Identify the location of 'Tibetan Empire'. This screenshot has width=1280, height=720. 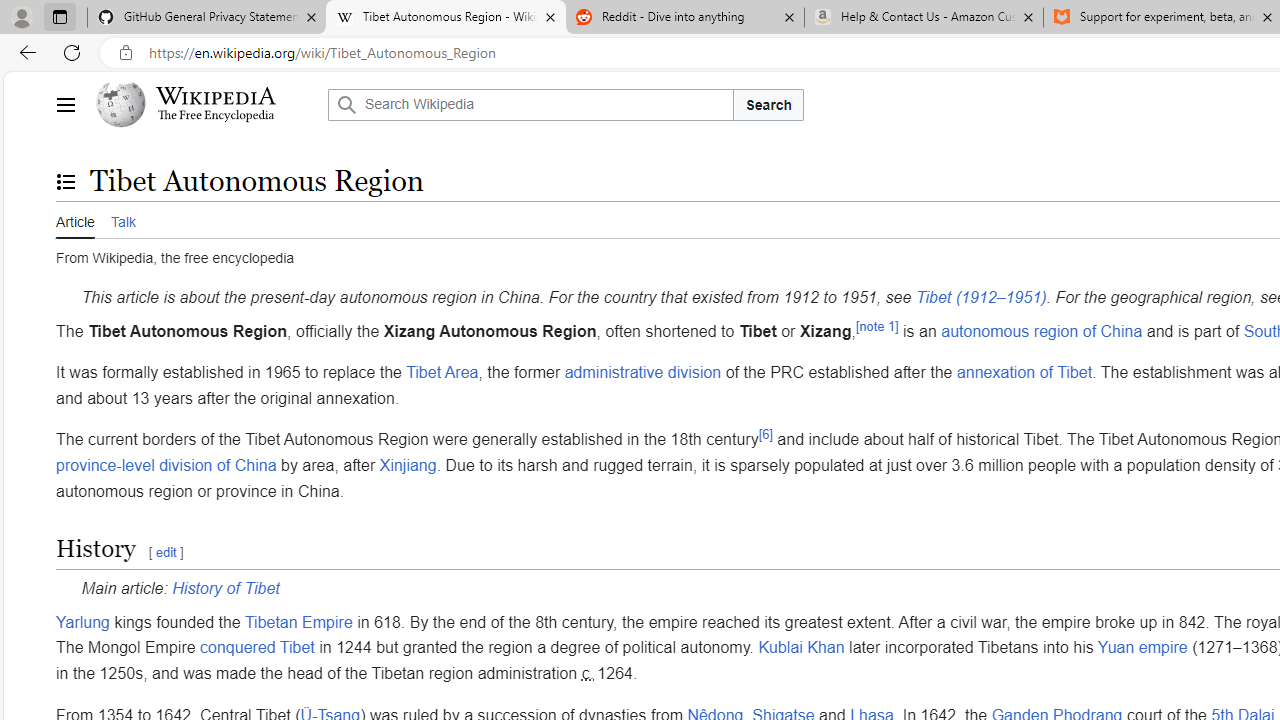
(297, 620).